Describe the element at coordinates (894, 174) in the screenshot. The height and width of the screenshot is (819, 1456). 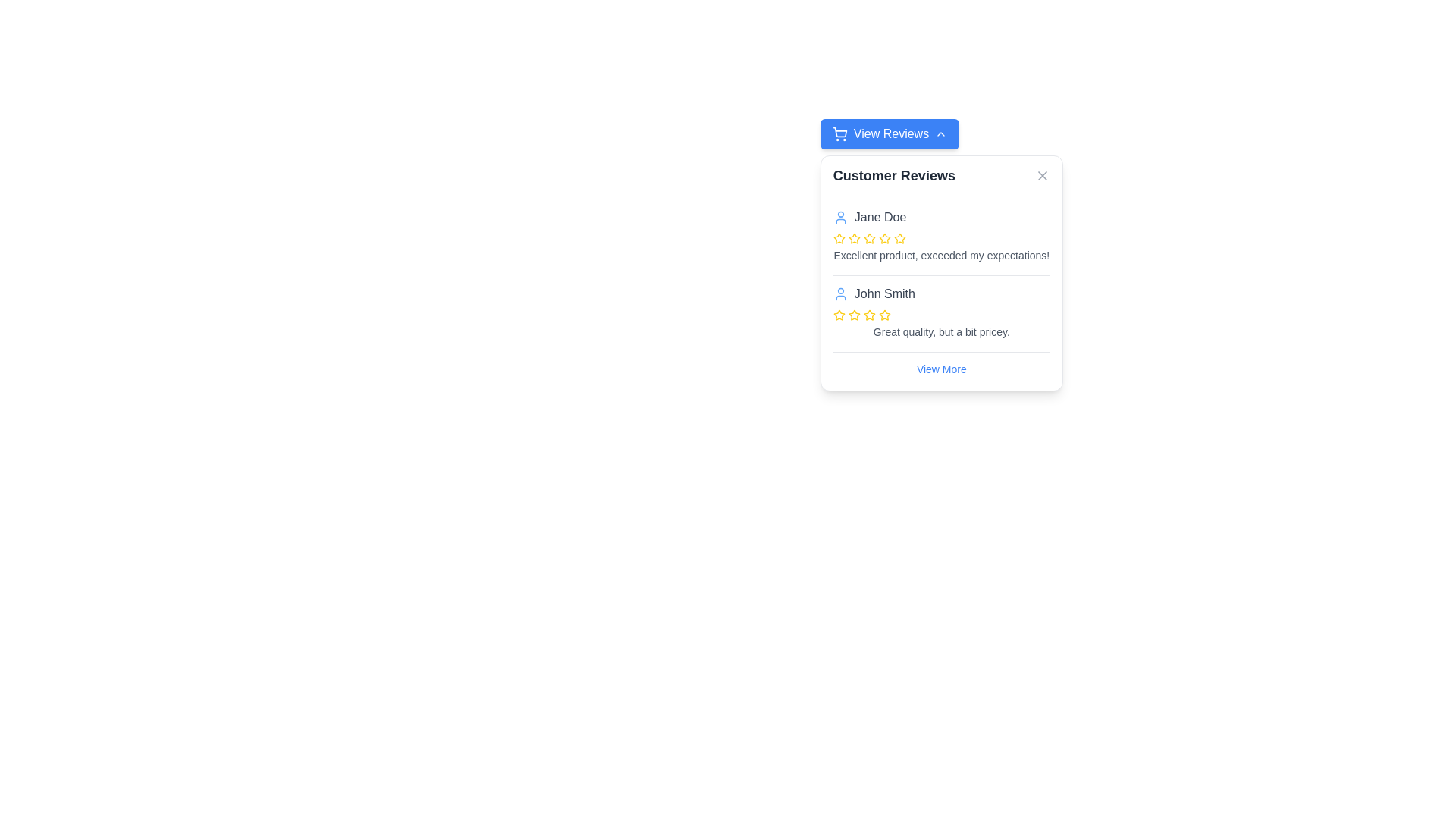
I see `the prominent text label that reads 'Customer Reviews', which is styled in a large, bold font, centered within a white background at the top of the review section` at that location.